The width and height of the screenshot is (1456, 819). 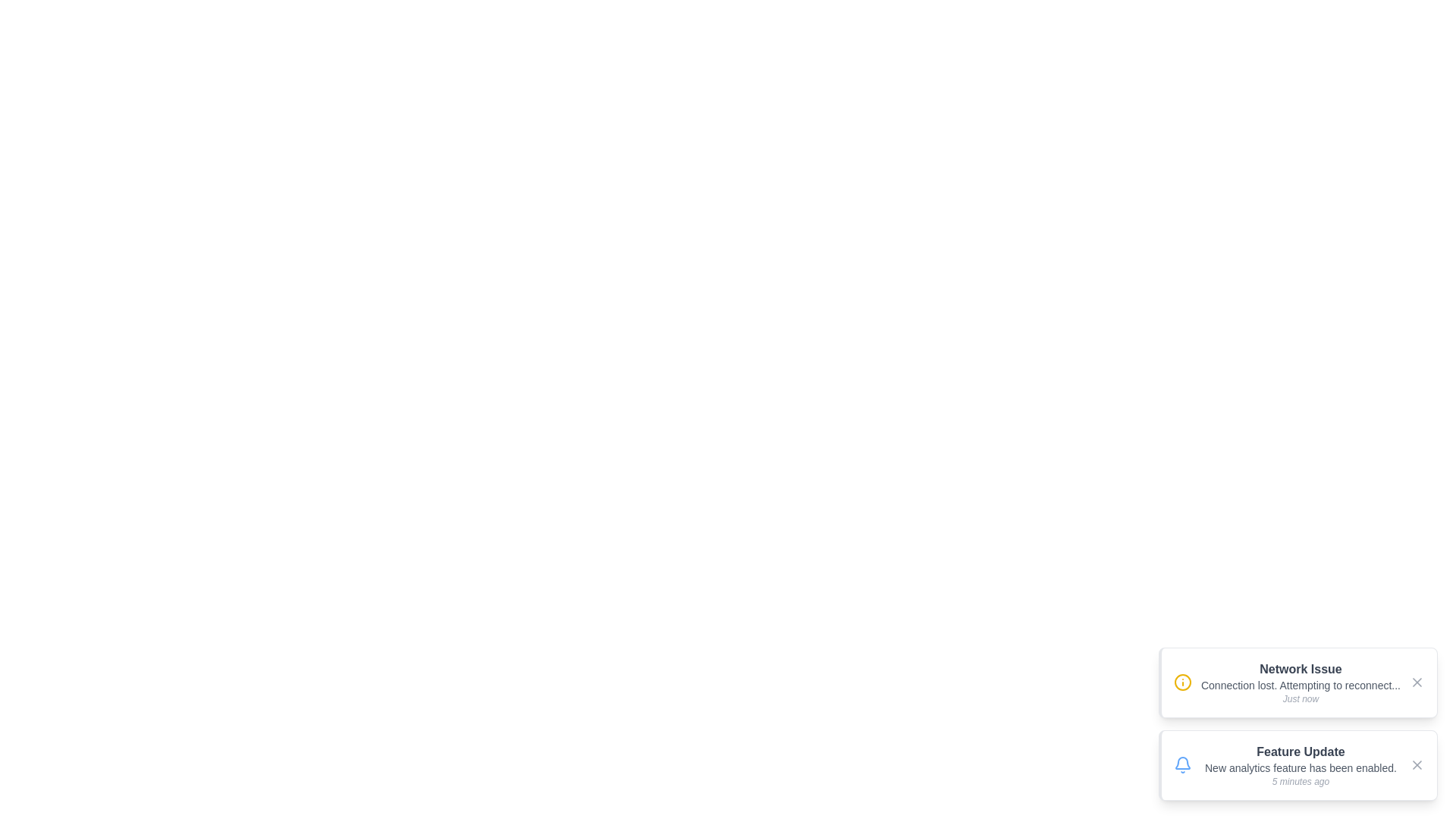 What do you see at coordinates (1182, 765) in the screenshot?
I see `the notification icon for Feature Update` at bounding box center [1182, 765].